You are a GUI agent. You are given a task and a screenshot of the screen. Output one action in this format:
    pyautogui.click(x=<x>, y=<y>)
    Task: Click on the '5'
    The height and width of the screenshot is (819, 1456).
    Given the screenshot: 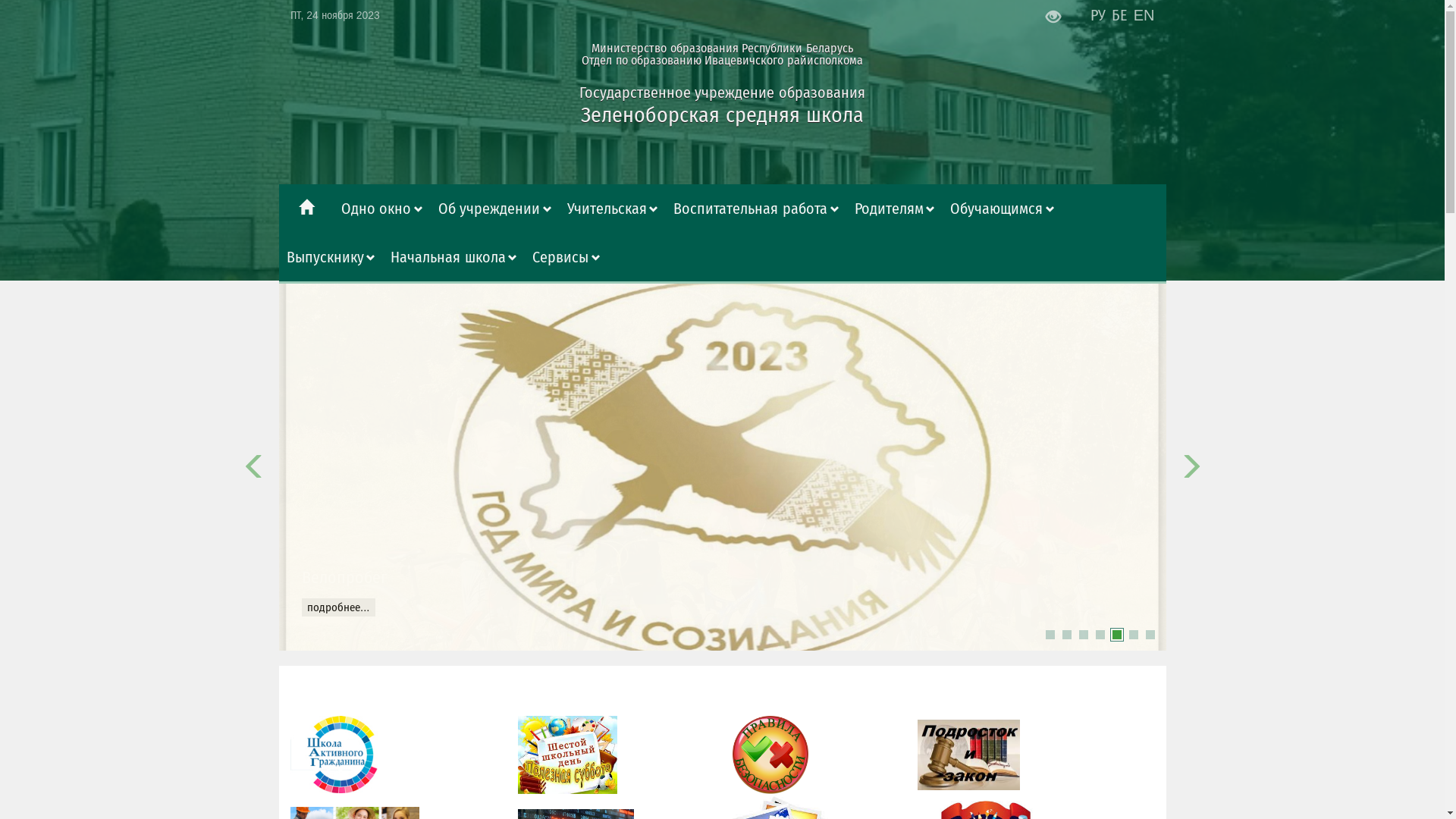 What is the action you would take?
    pyautogui.click(x=1116, y=635)
    